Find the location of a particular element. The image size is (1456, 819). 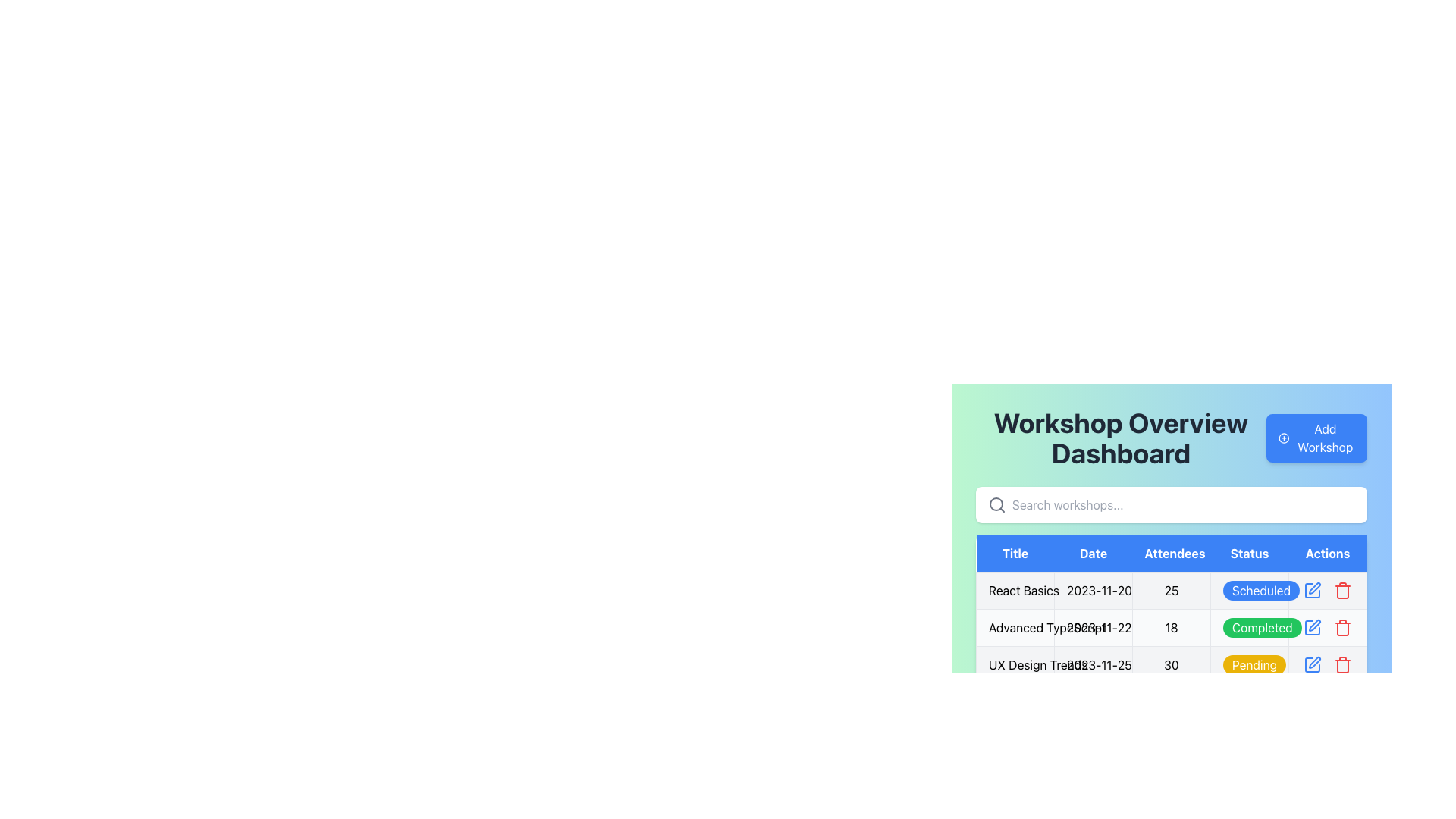

the table header row that provides labels for the data columns, positioned beneath the input search field is located at coordinates (1171, 553).